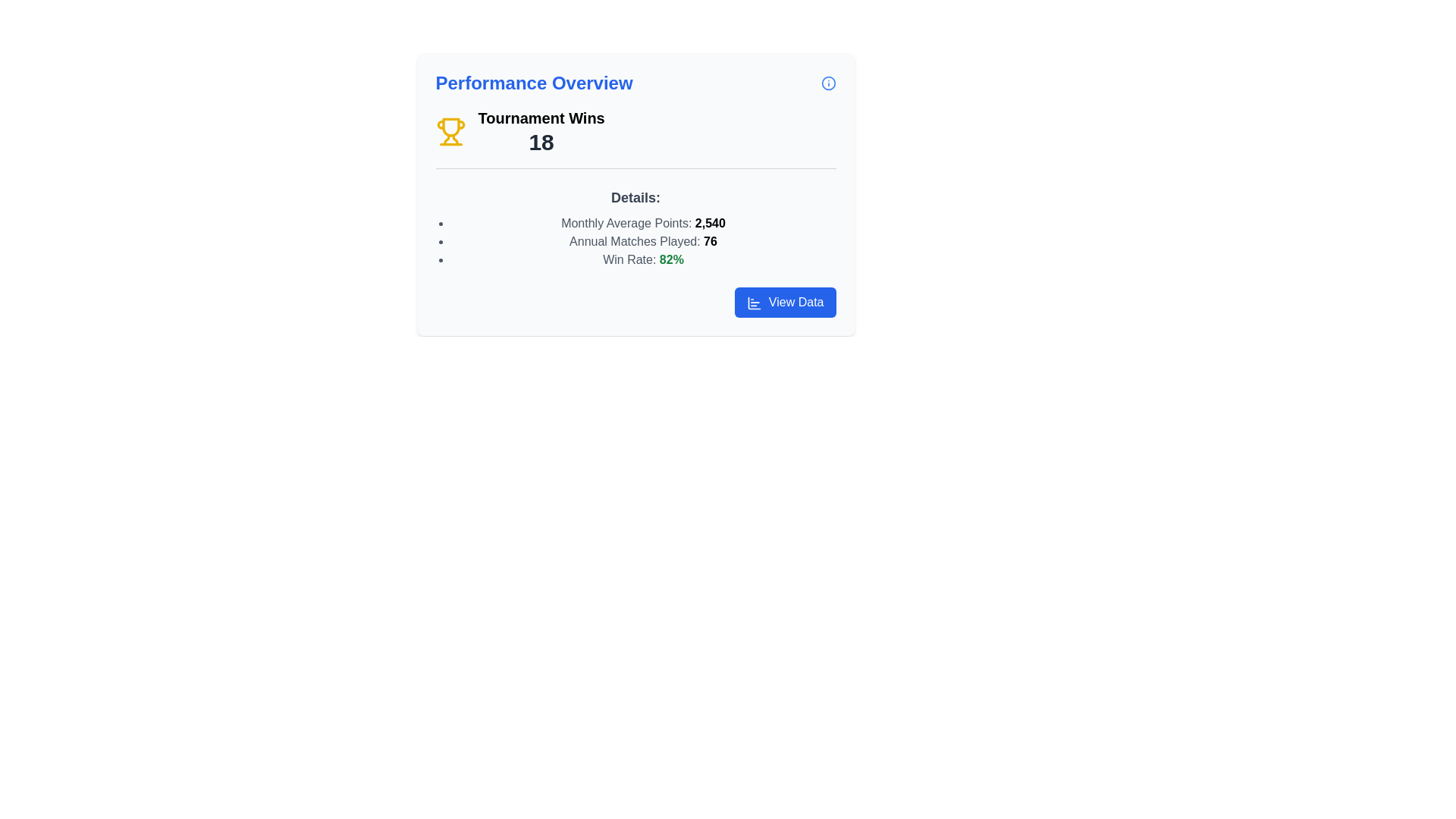  Describe the element at coordinates (450, 130) in the screenshot. I see `the award icon representing tournament wins, located to the left of the 'Tournament Wins' text and above the numeric indicator '18' in the 'Performance Overview' card` at that location.